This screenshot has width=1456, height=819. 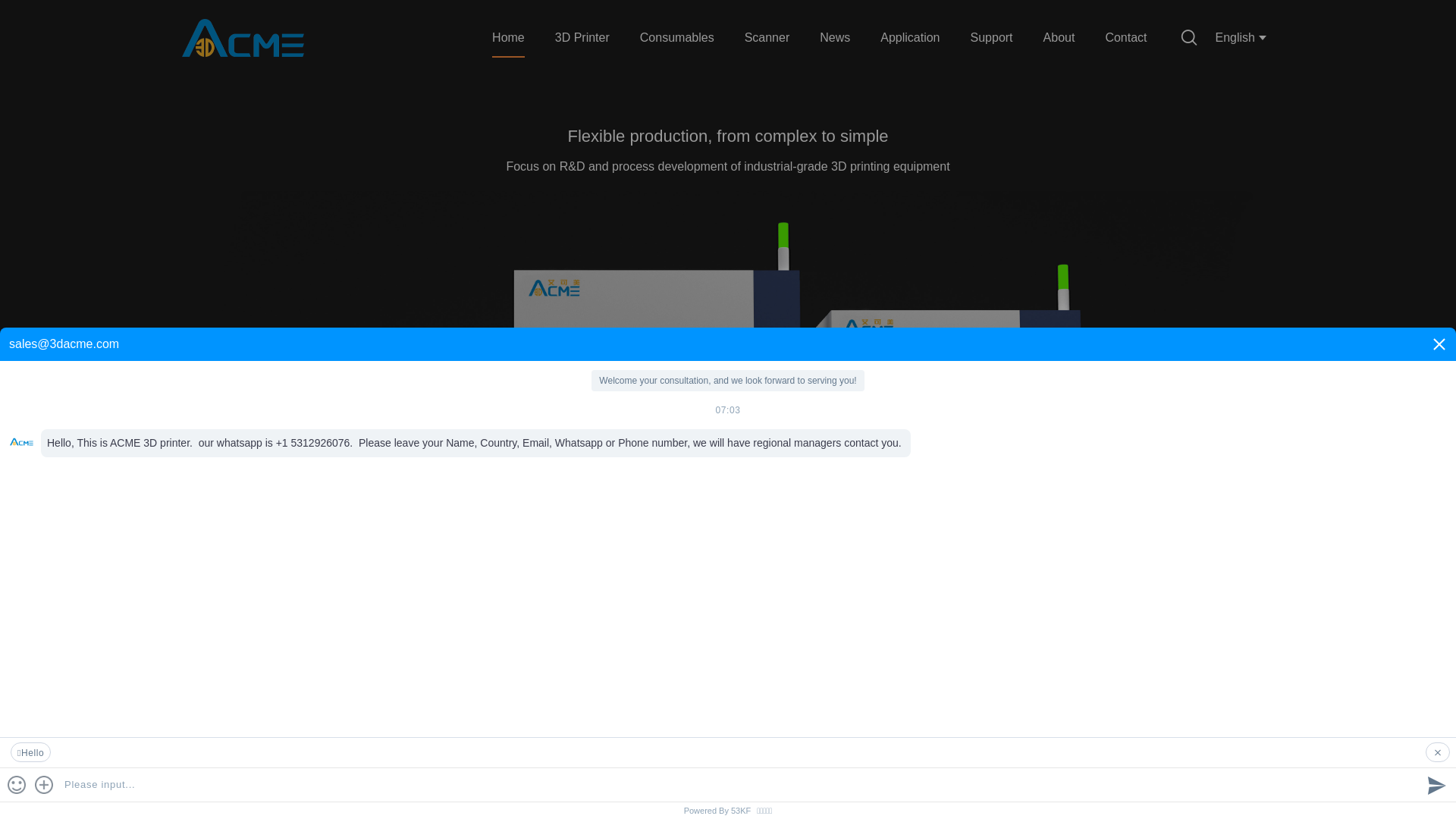 What do you see at coordinates (1332, 604) in the screenshot?
I see `'1'` at bounding box center [1332, 604].